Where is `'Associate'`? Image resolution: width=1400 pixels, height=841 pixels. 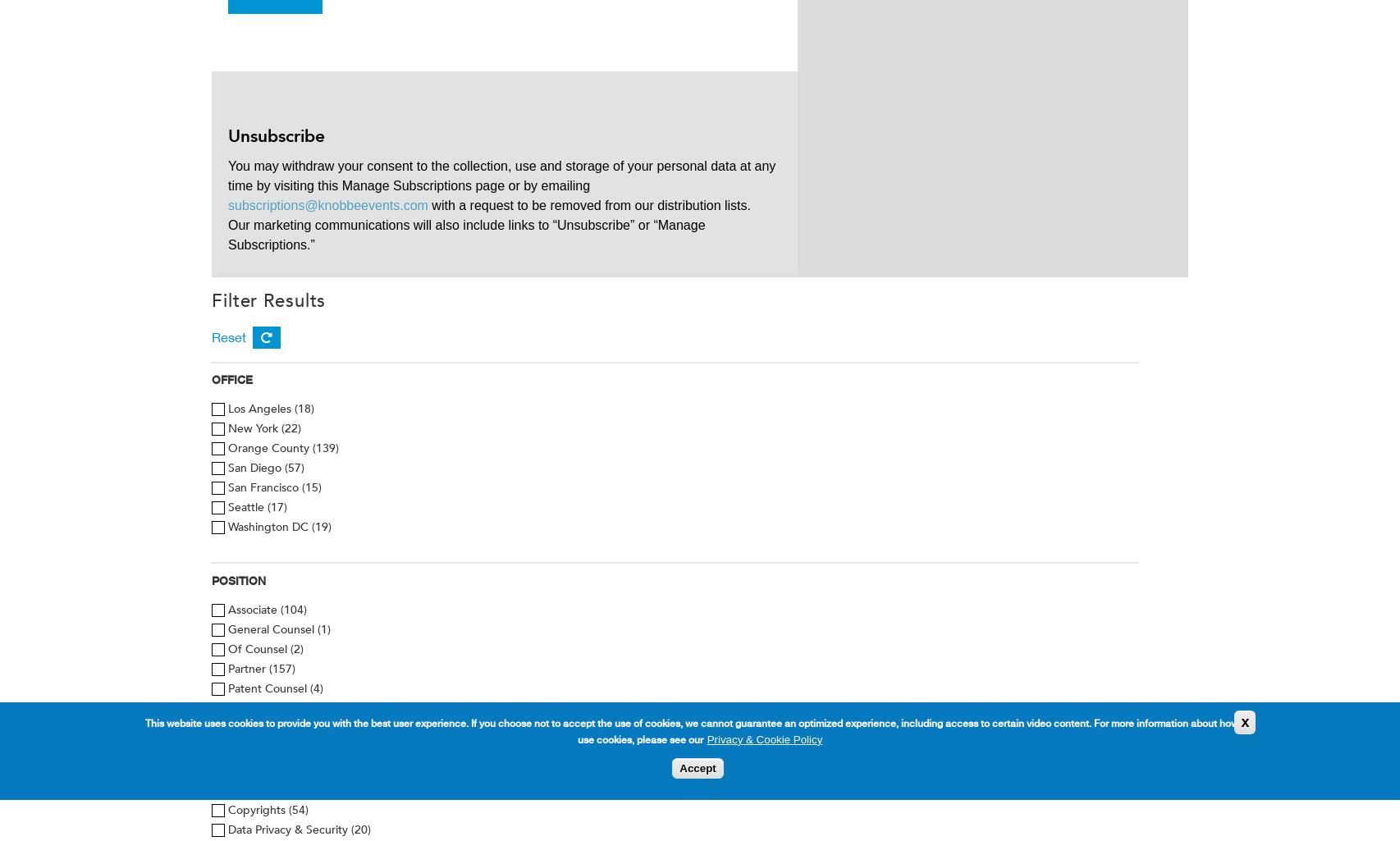
'Associate' is located at coordinates (228, 608).